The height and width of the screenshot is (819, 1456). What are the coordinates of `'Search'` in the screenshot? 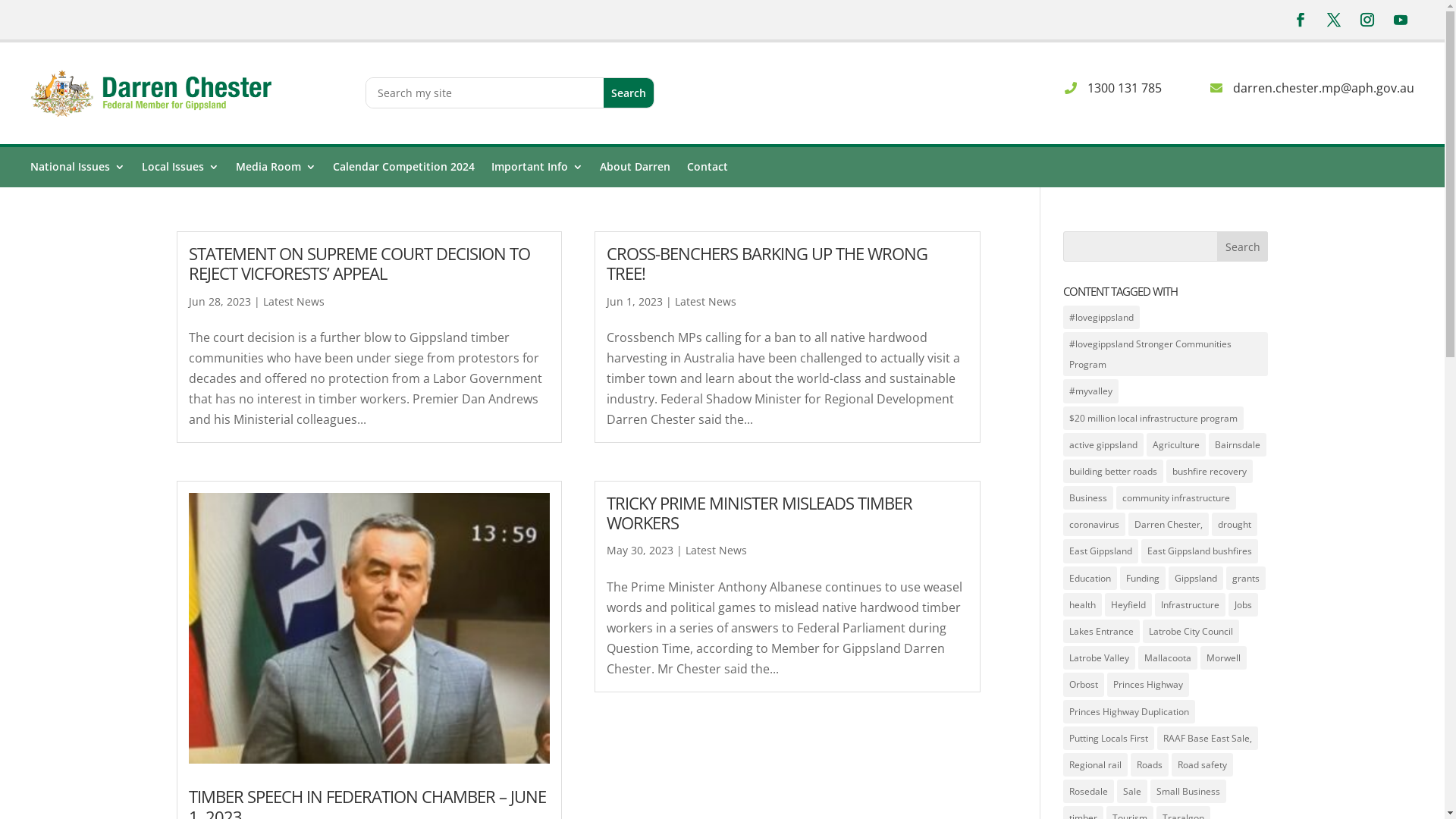 It's located at (1242, 245).